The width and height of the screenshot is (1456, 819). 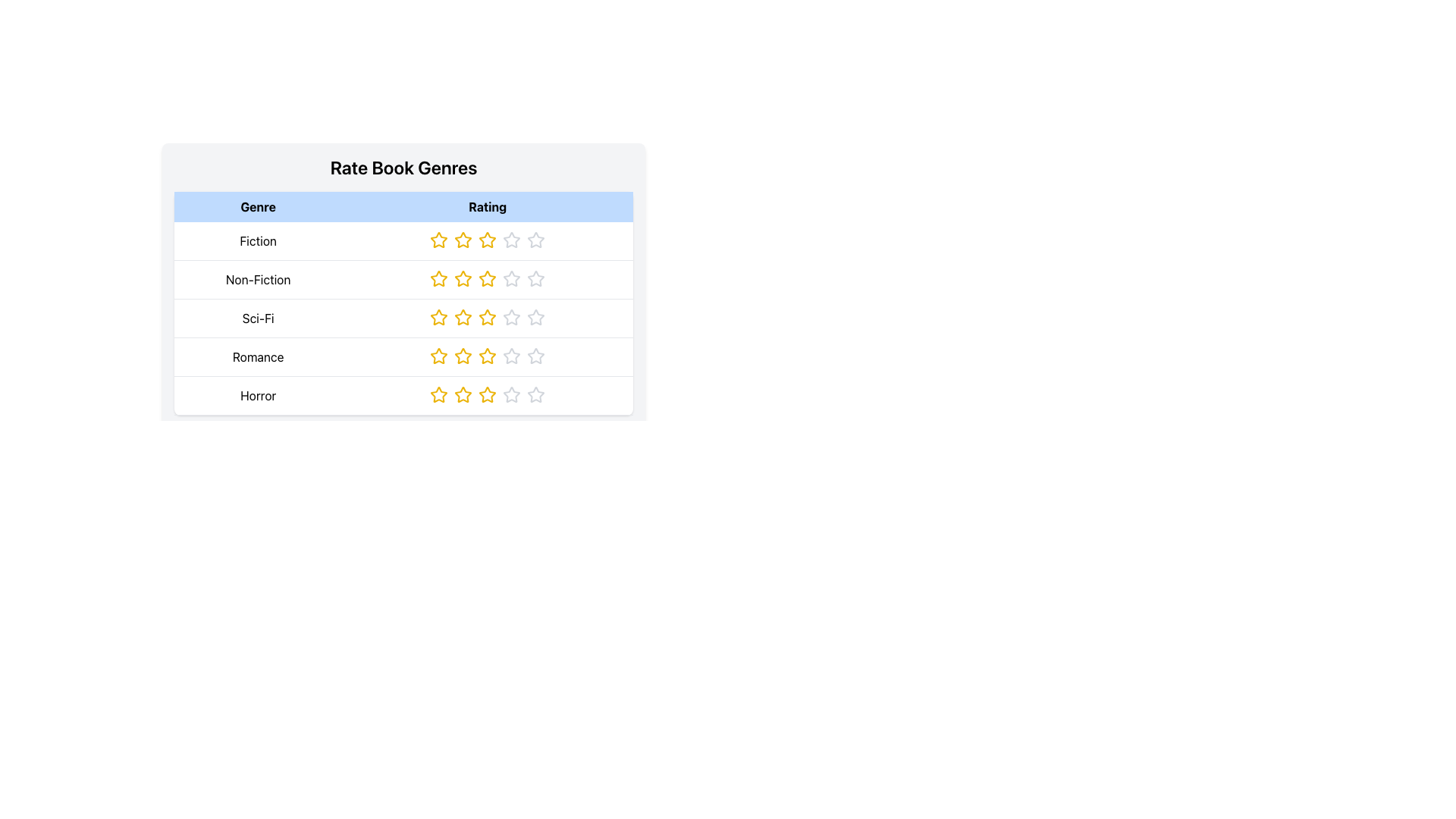 I want to click on the third star in the 'Sci-Fi' rating control, so click(x=488, y=317).